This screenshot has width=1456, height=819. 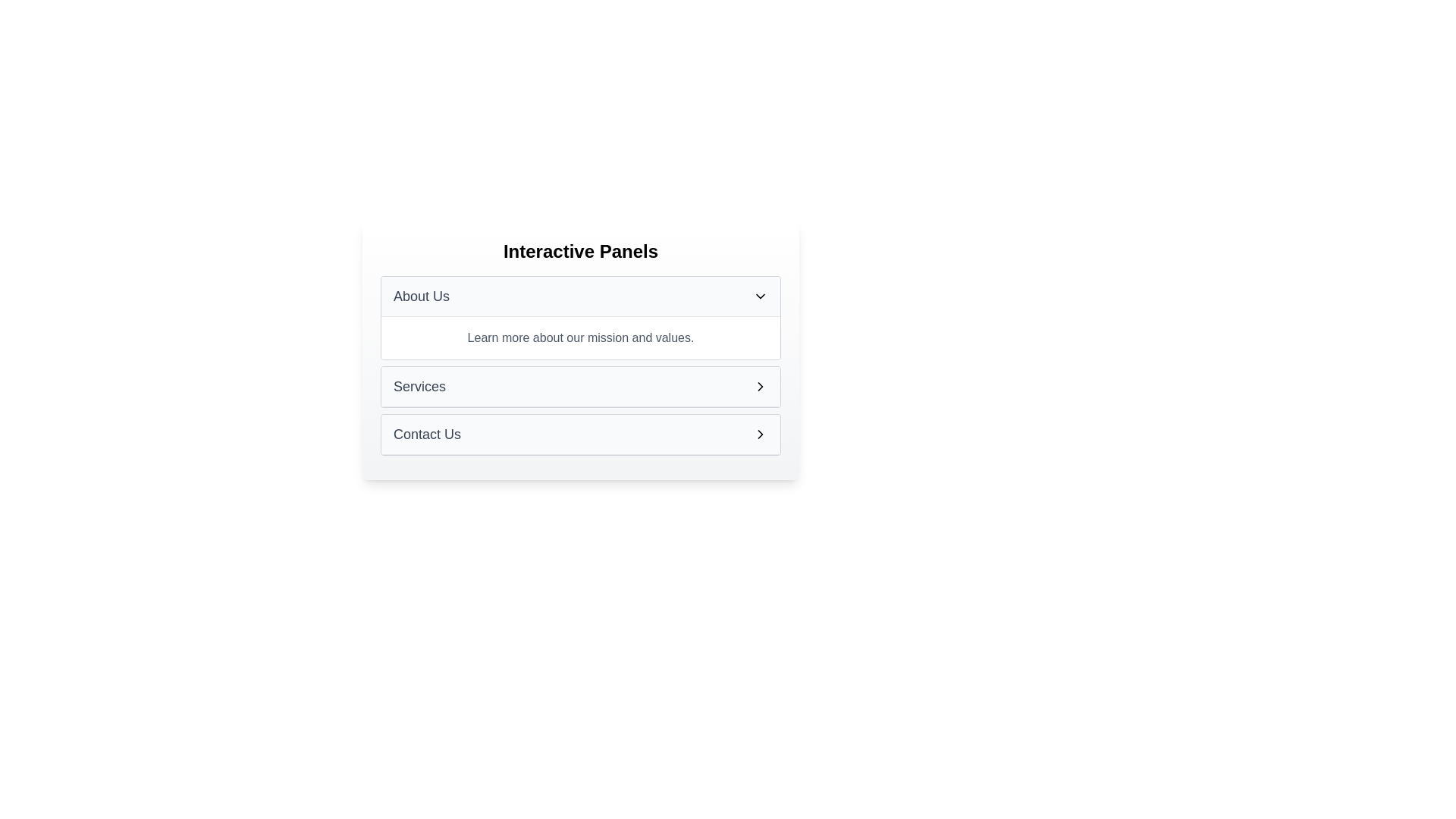 I want to click on the informative text label describing the purpose of the 'About Us' panel, which is positioned beneath the 'About Us' title, so click(x=580, y=337).